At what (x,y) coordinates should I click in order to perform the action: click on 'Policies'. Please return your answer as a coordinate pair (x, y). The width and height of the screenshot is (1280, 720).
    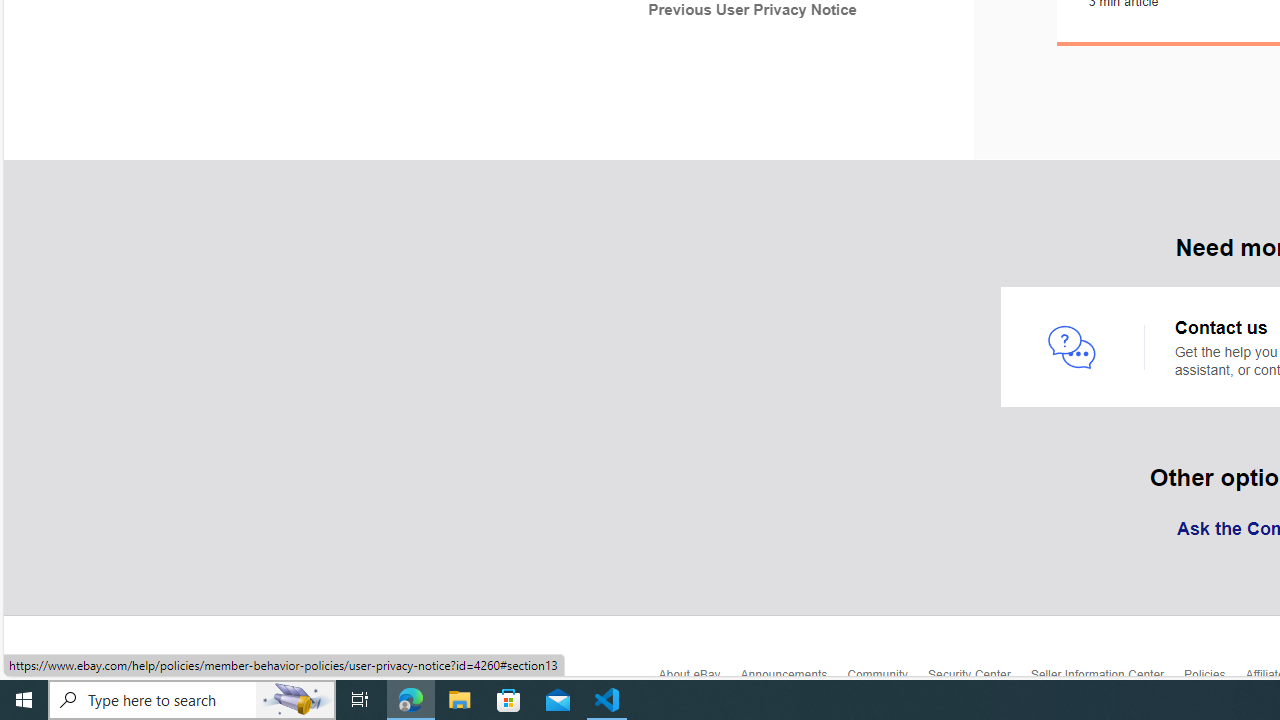
    Looking at the image, I should click on (1213, 678).